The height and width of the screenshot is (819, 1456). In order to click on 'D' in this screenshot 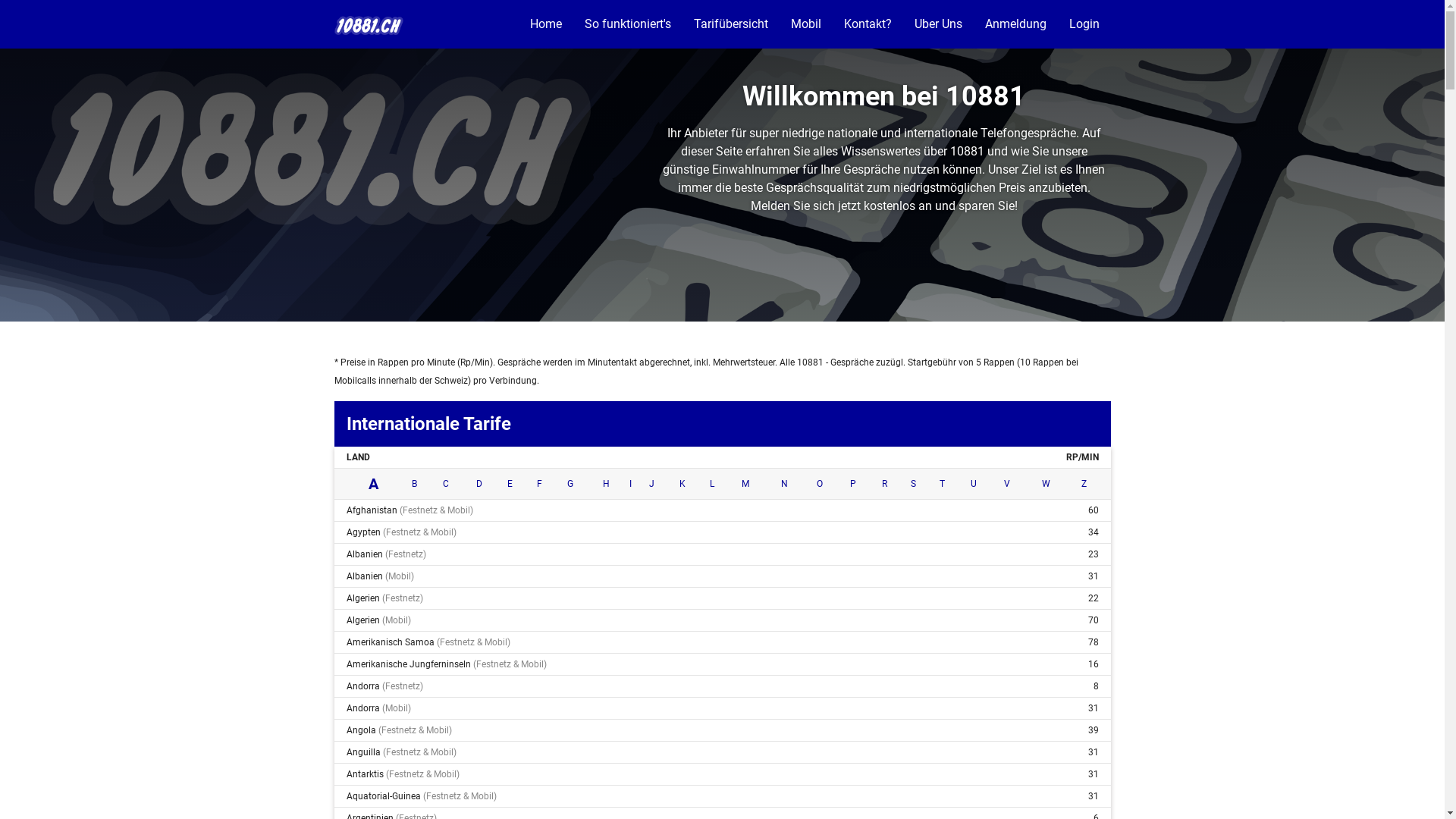, I will do `click(479, 483)`.